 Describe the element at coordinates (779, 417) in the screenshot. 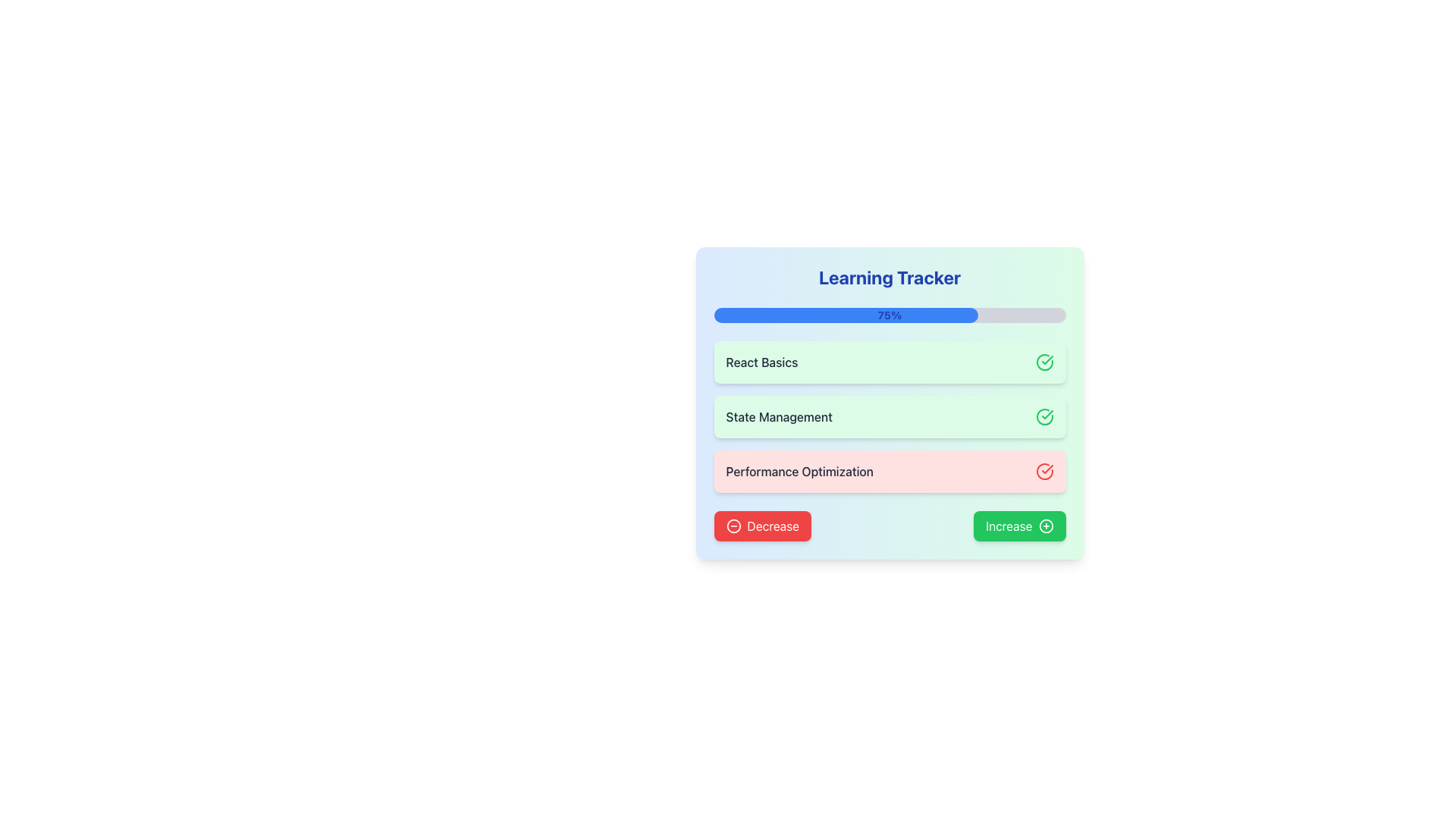

I see `text label element displaying 'State Management', which is styled in grayish-black color and located within a green-highlighted section, positioned between 'React Basics' and 'Performance Optimization'` at that location.